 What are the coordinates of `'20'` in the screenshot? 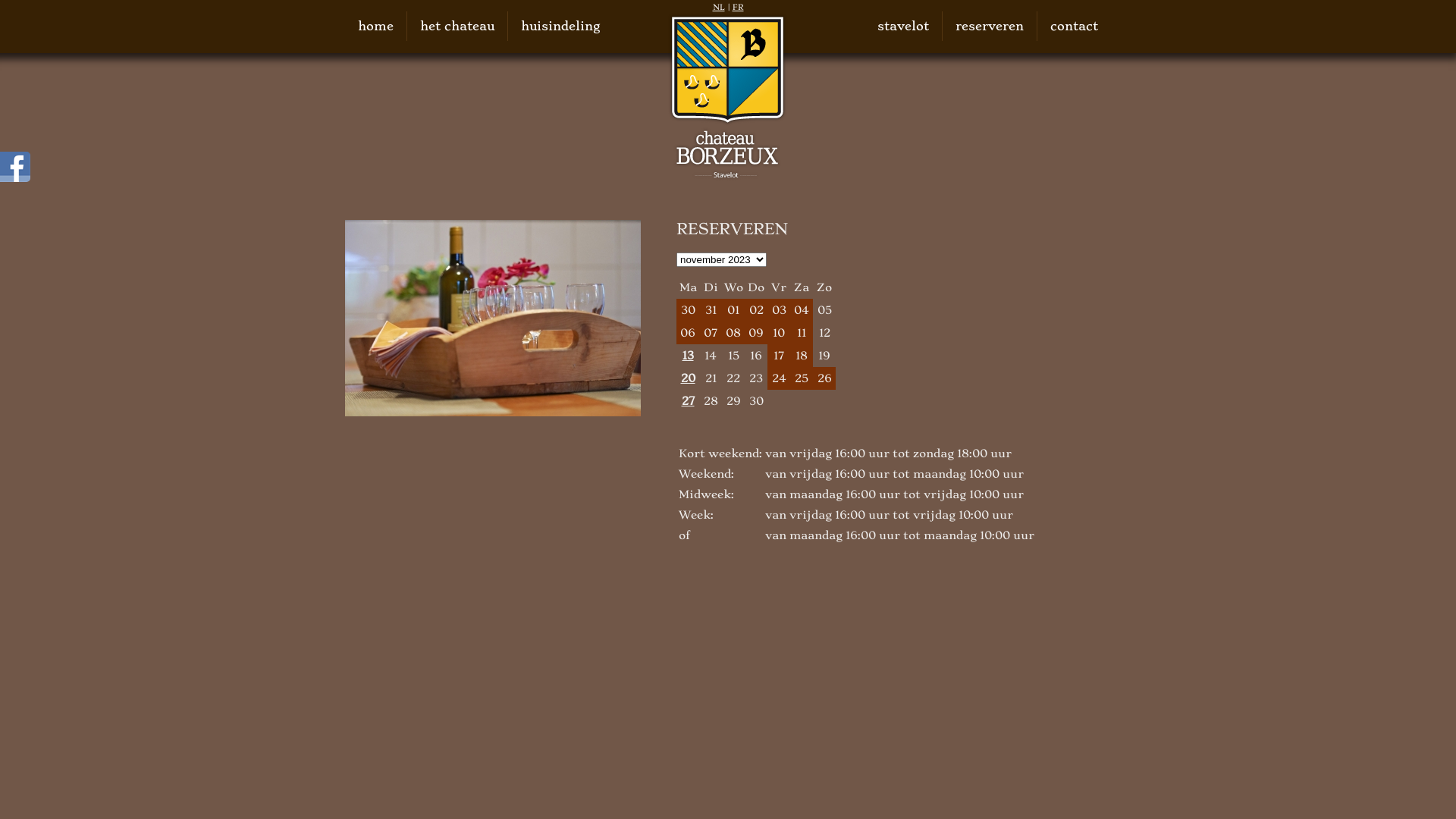 It's located at (687, 377).